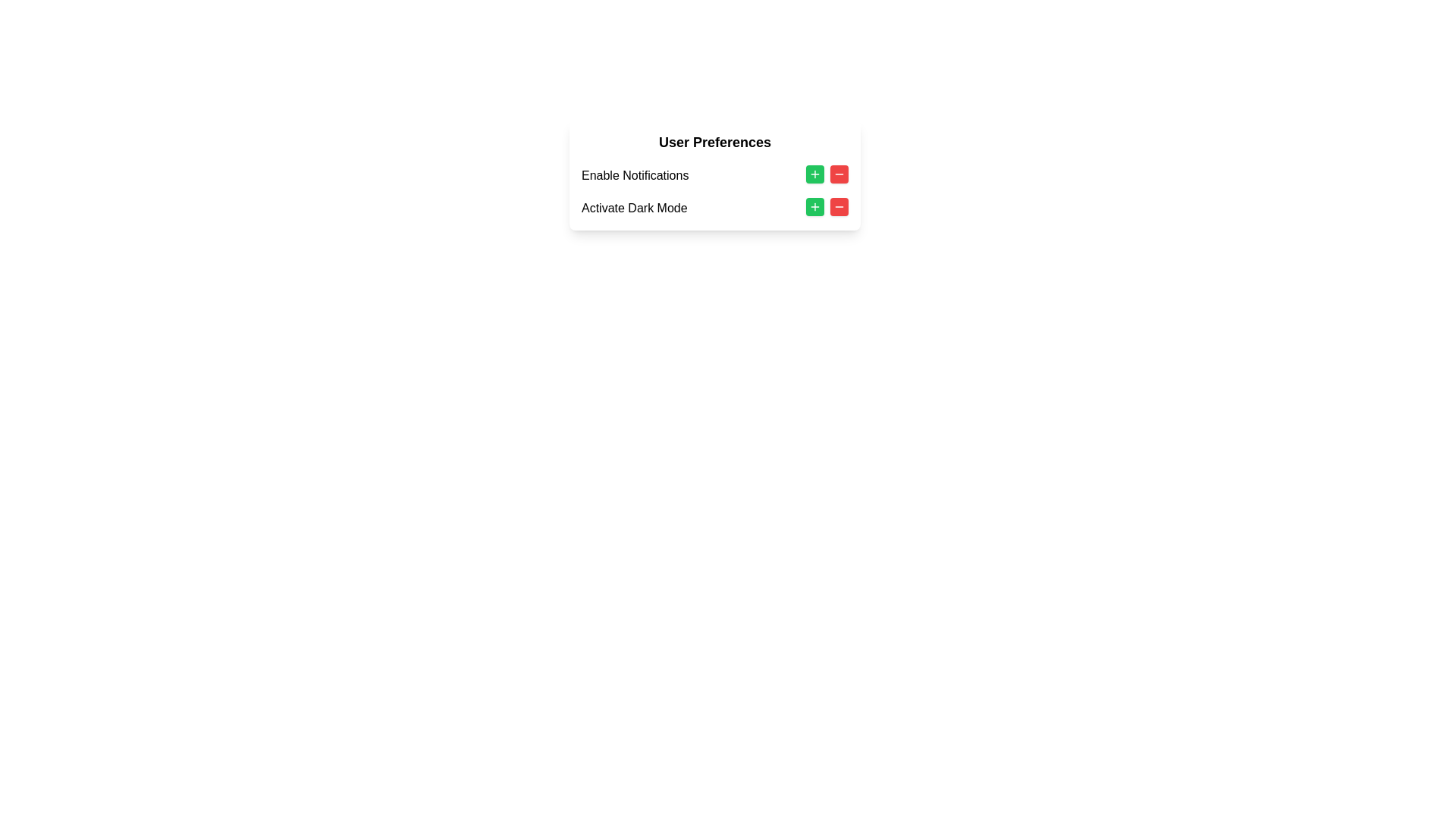 This screenshot has width=1456, height=819. Describe the element at coordinates (634, 208) in the screenshot. I see `the 'Activate Dark Mode' text label, which is the leftmost component of the second row under the 'User Preferences' section` at that location.